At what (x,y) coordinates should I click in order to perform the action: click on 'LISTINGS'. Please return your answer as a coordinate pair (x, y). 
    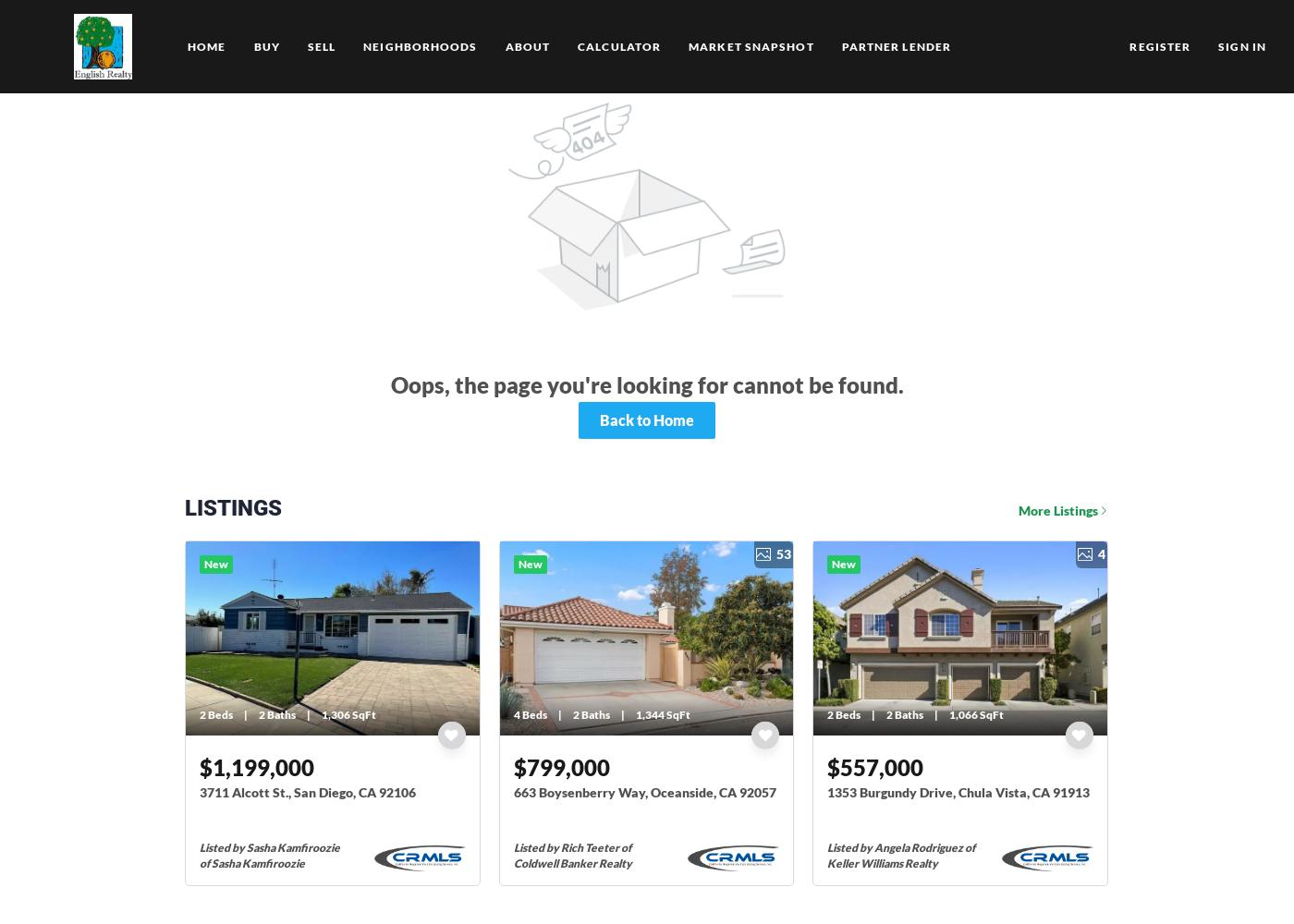
    Looking at the image, I should click on (185, 508).